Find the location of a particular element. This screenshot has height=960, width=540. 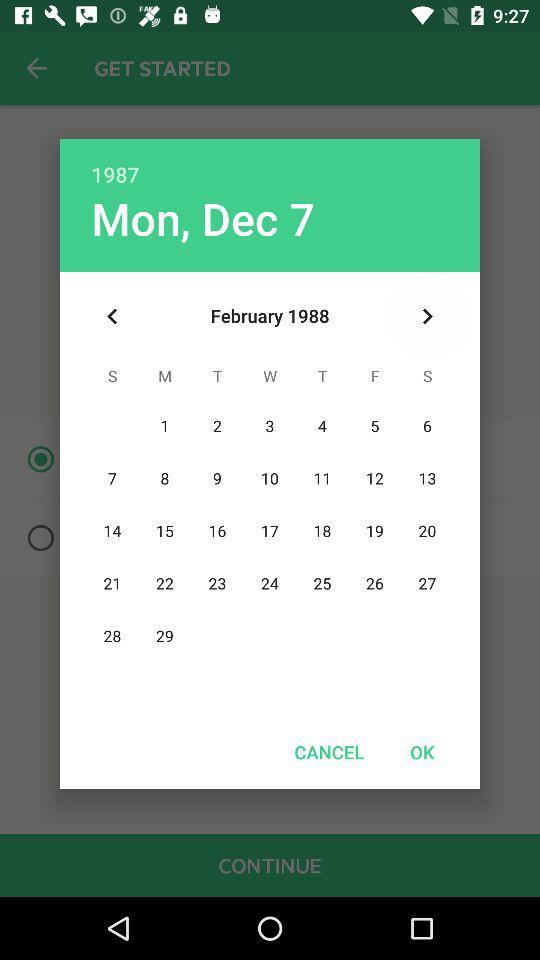

icon above ok icon is located at coordinates (426, 316).